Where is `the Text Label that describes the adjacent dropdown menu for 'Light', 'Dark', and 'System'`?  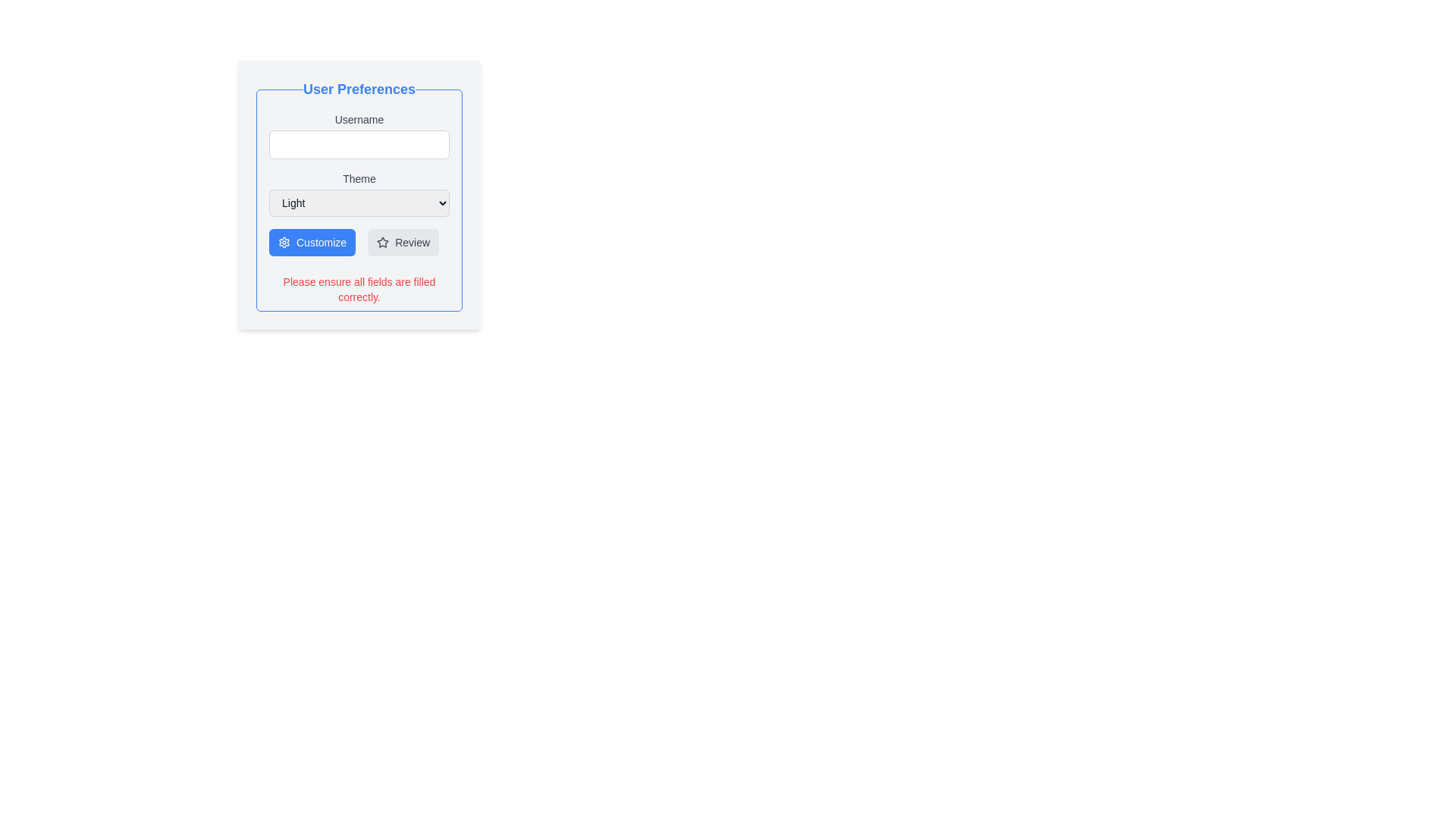
the Text Label that describes the adjacent dropdown menu for 'Light', 'Dark', and 'System' is located at coordinates (359, 177).